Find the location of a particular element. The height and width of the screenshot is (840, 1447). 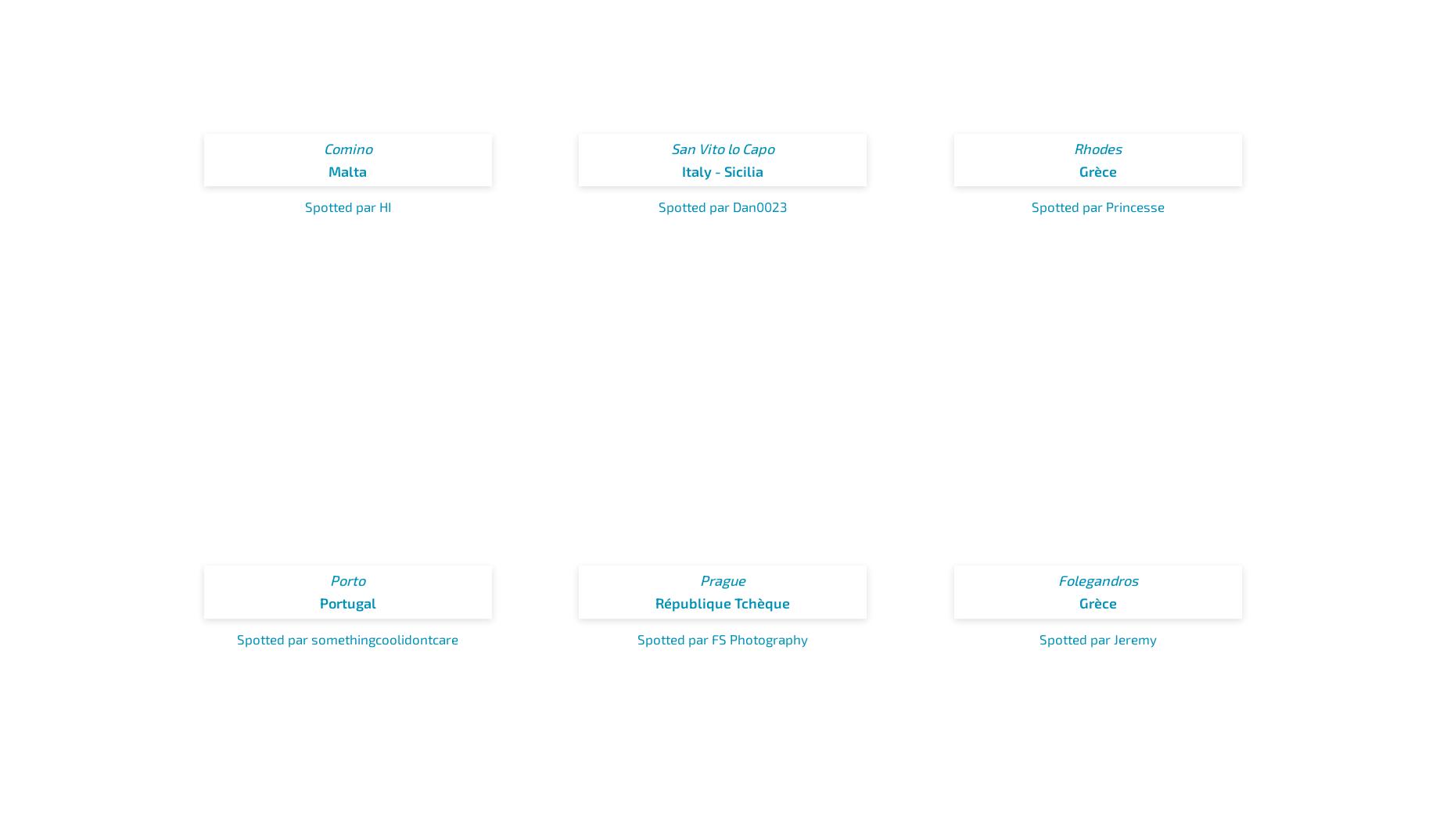

'Comino' is located at coordinates (346, 148).